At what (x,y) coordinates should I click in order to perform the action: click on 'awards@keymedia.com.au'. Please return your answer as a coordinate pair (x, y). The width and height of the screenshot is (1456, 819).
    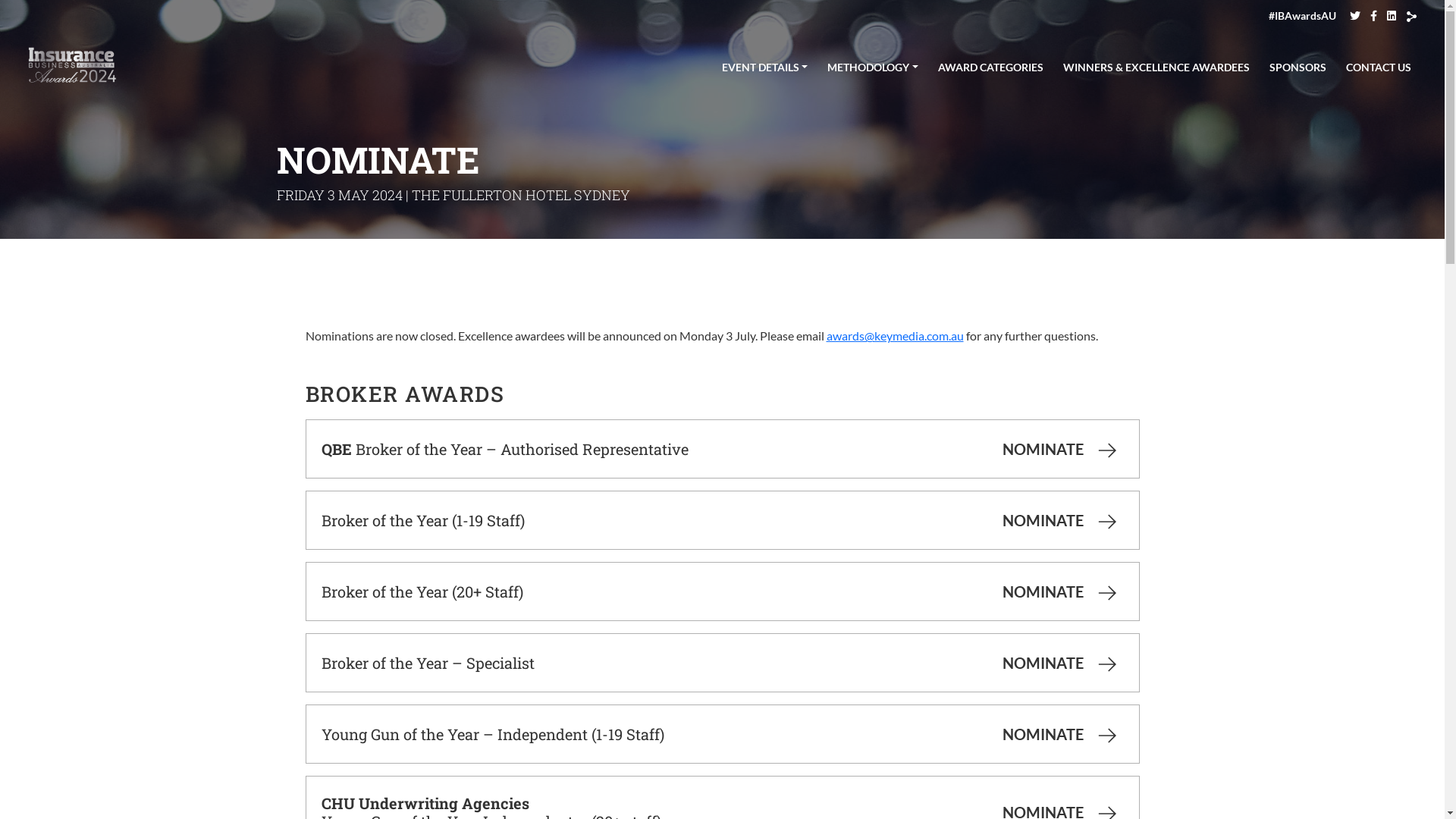
    Looking at the image, I should click on (895, 334).